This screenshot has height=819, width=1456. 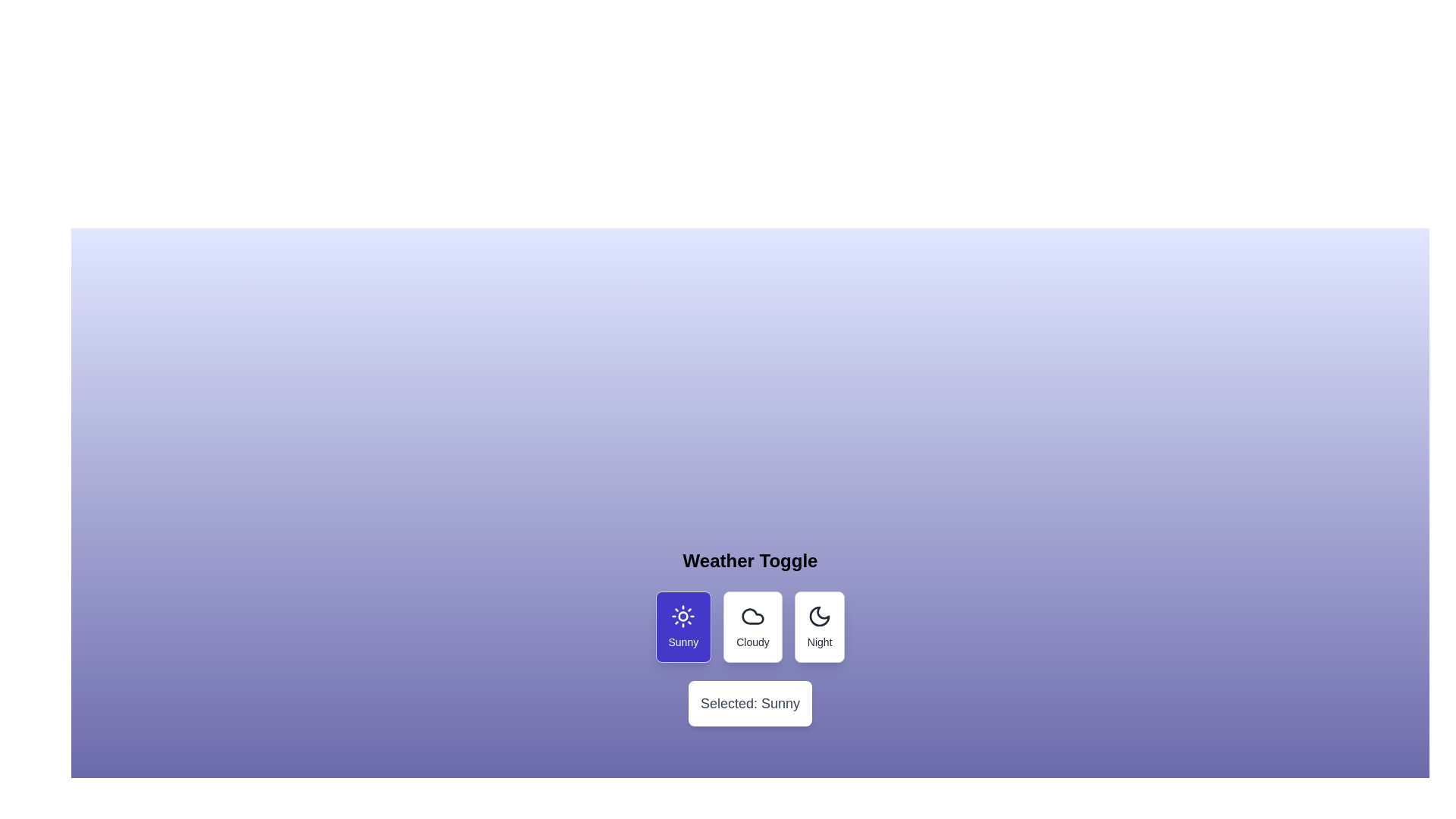 I want to click on the button corresponding to the weather option Sunny, so click(x=682, y=626).